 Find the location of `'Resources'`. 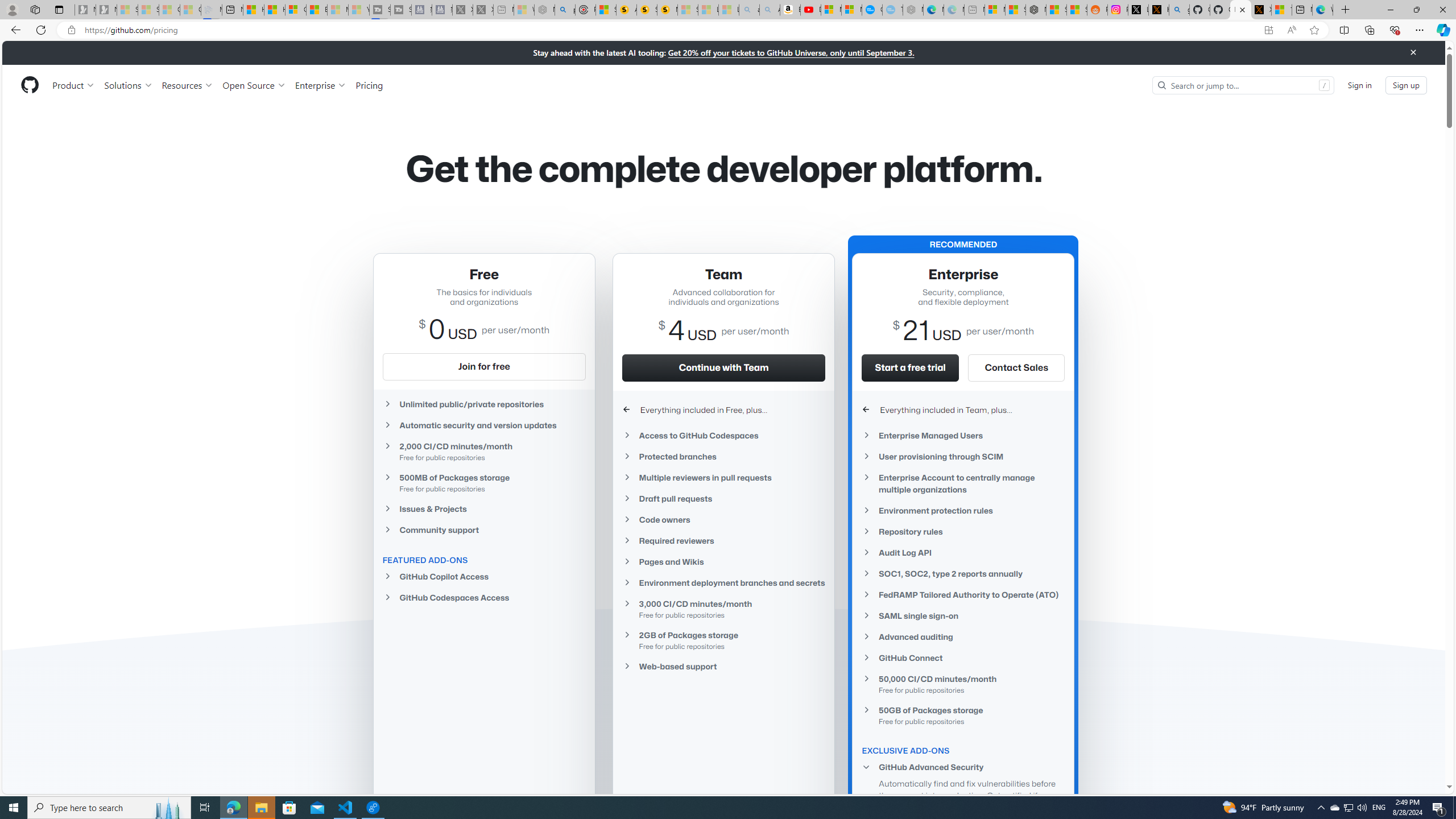

'Resources' is located at coordinates (188, 85).